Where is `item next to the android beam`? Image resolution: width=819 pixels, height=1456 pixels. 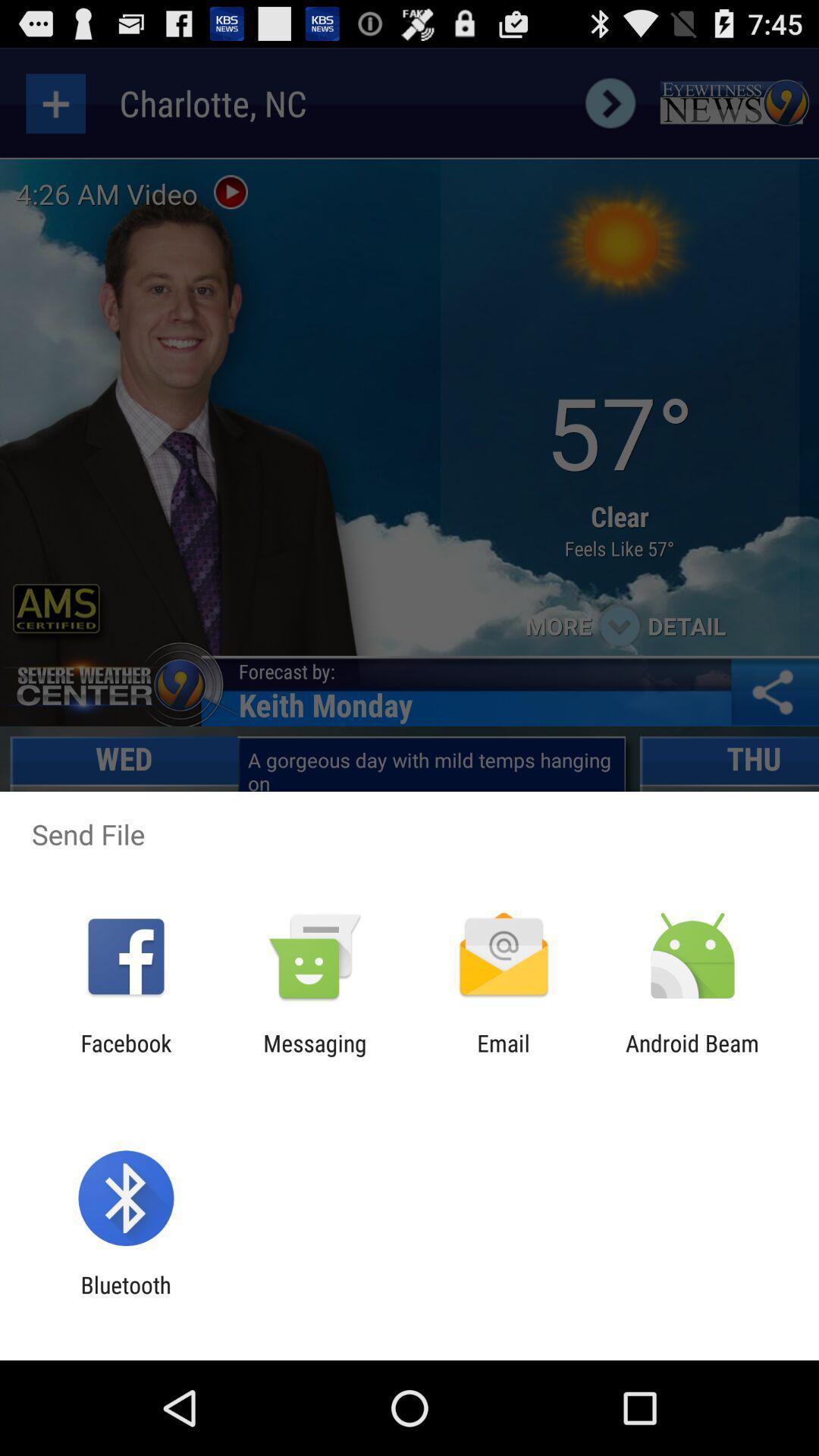
item next to the android beam is located at coordinates (504, 1056).